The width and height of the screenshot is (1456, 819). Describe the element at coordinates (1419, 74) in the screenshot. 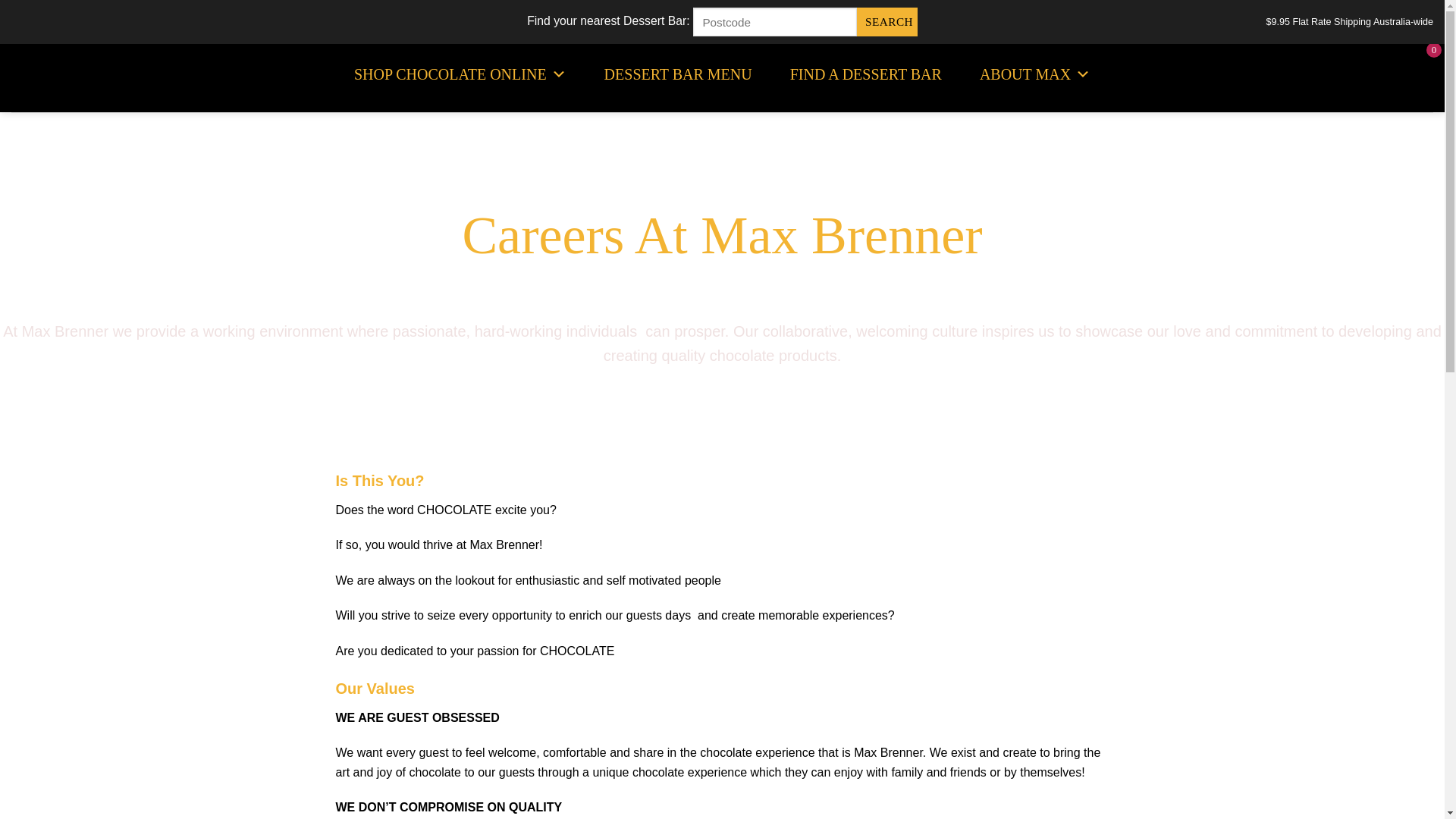

I see `'0'` at that location.